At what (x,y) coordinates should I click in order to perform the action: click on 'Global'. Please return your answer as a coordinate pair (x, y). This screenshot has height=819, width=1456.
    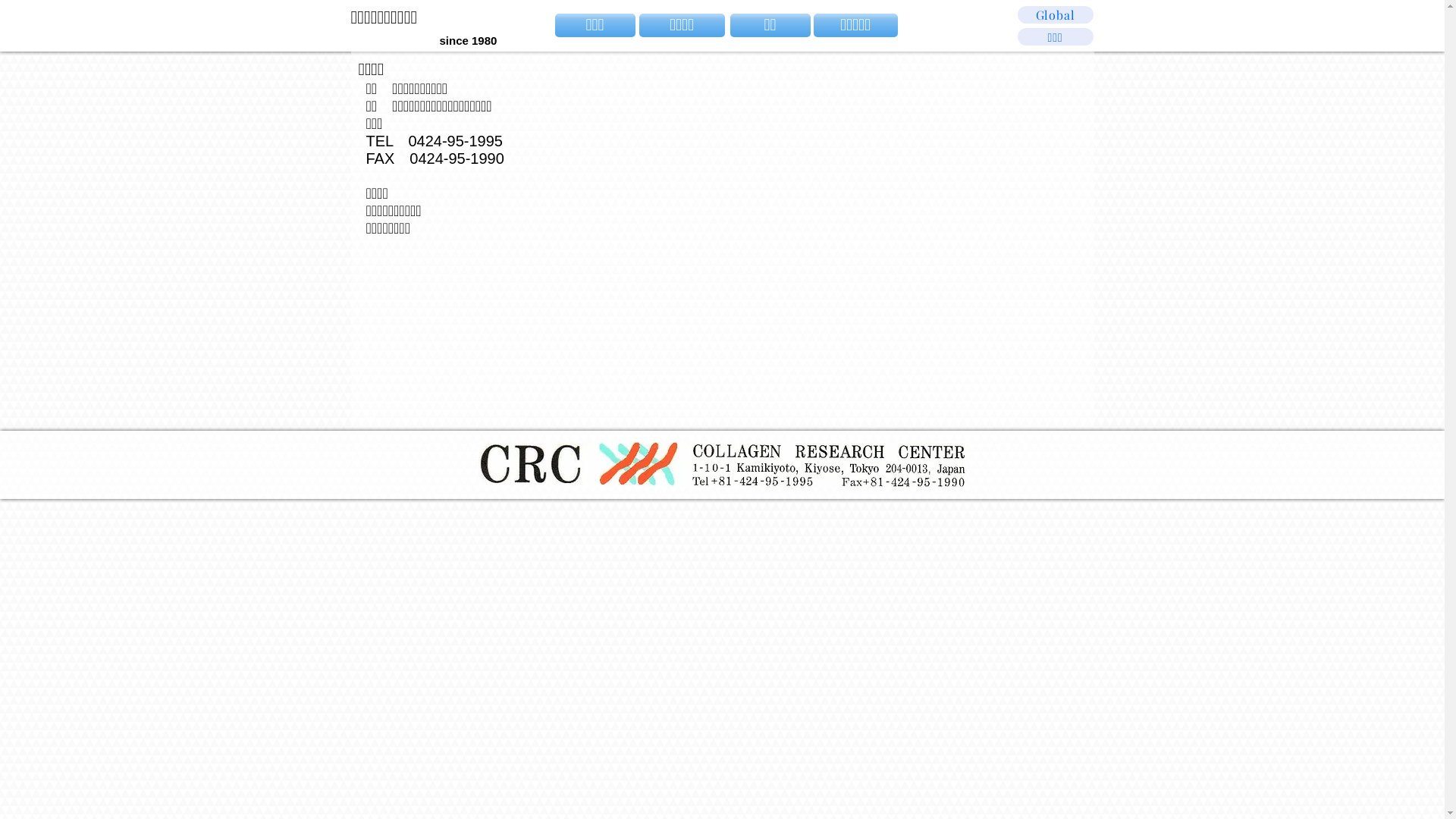
    Looking at the image, I should click on (1055, 14).